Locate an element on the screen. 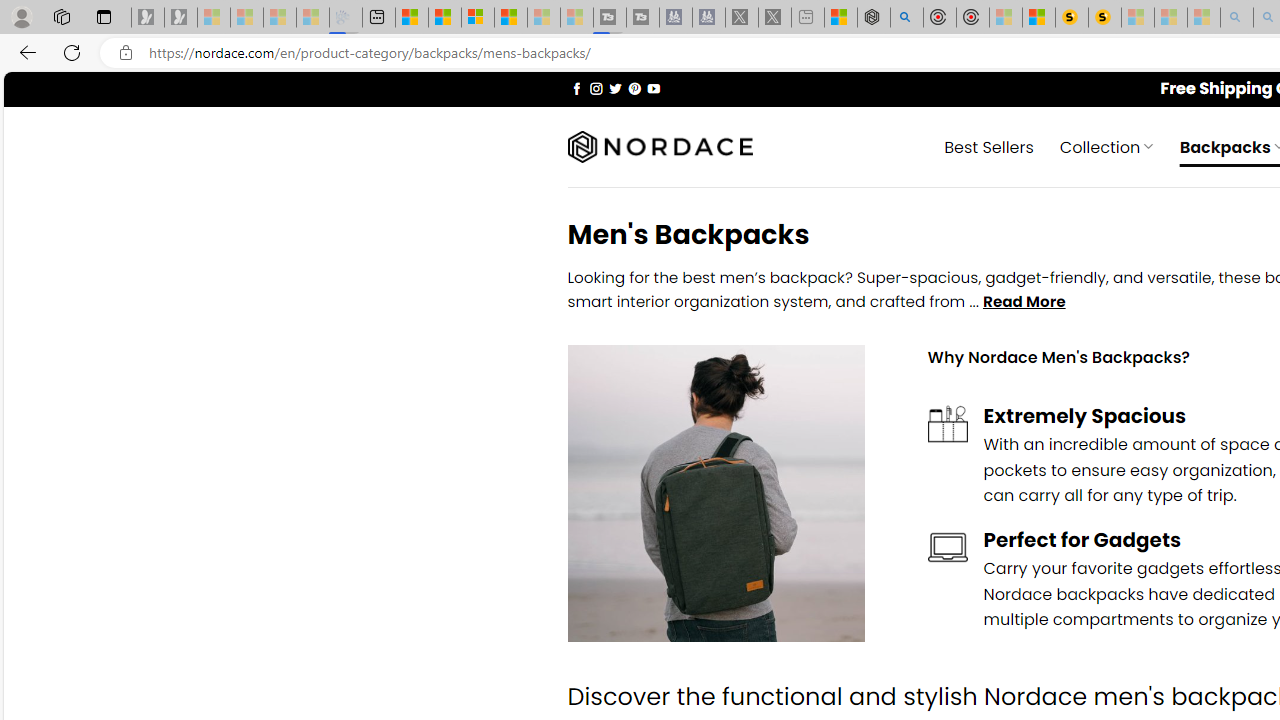 This screenshot has height=720, width=1280. 'View site information' is located at coordinates (125, 52).